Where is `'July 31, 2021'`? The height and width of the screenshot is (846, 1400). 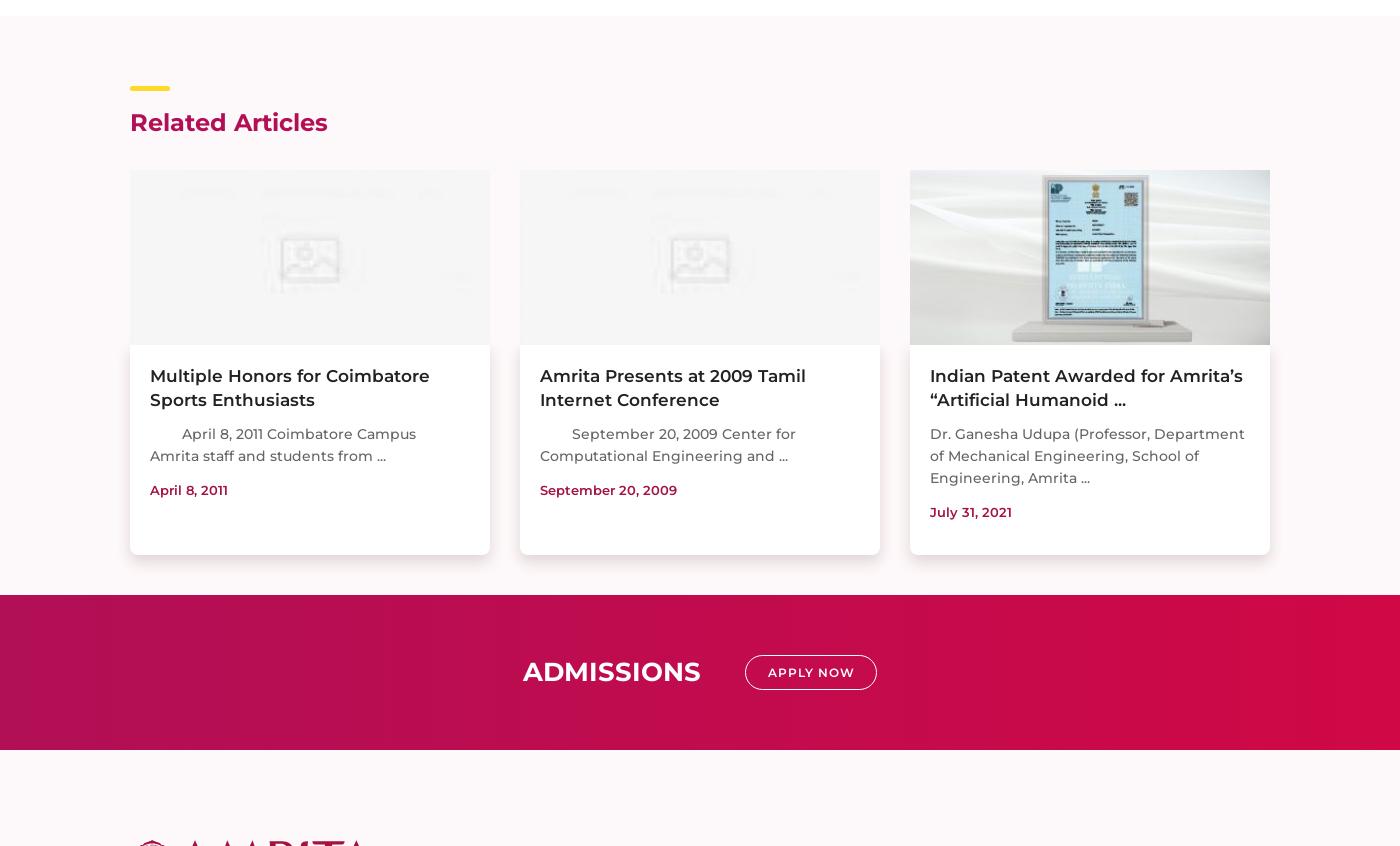 'July 31, 2021' is located at coordinates (971, 510).